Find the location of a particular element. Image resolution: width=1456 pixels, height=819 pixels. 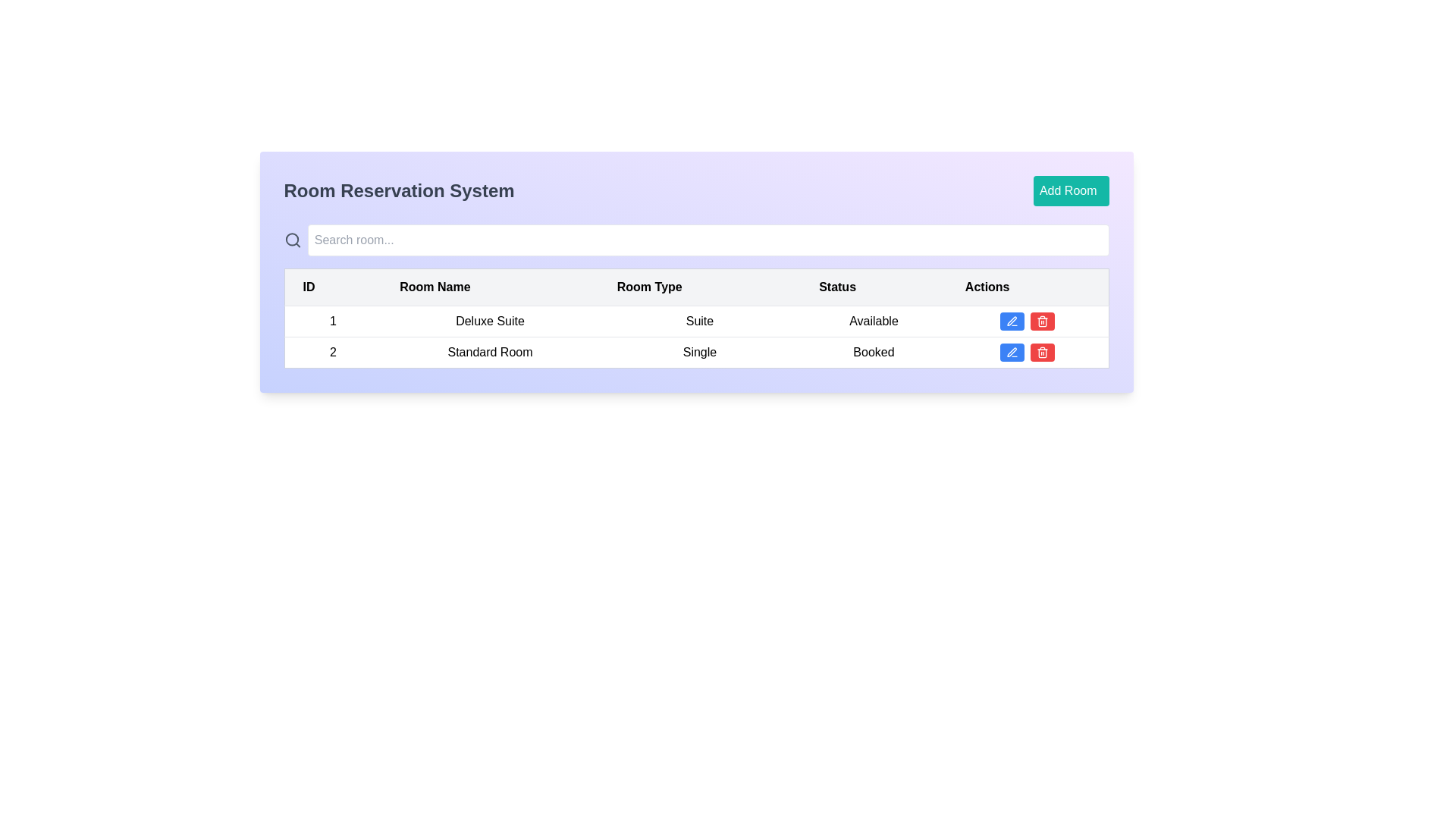

the button to add a new room, located in the upper-right section of the main interface, adjacent to the 'Room Reservation System' title is located at coordinates (1070, 190).